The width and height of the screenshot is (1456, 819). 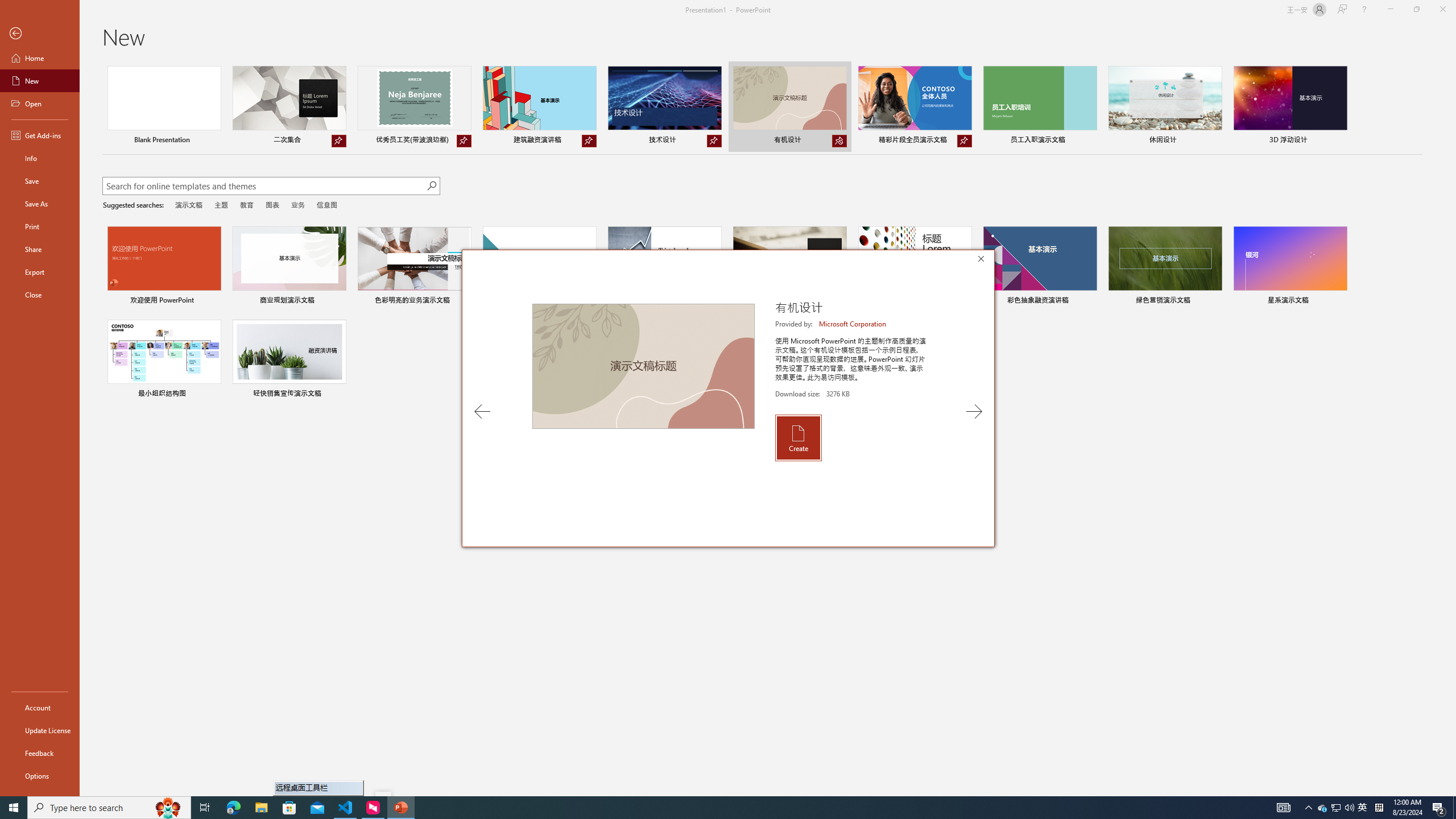 I want to click on 'Update License', so click(x=39, y=730).